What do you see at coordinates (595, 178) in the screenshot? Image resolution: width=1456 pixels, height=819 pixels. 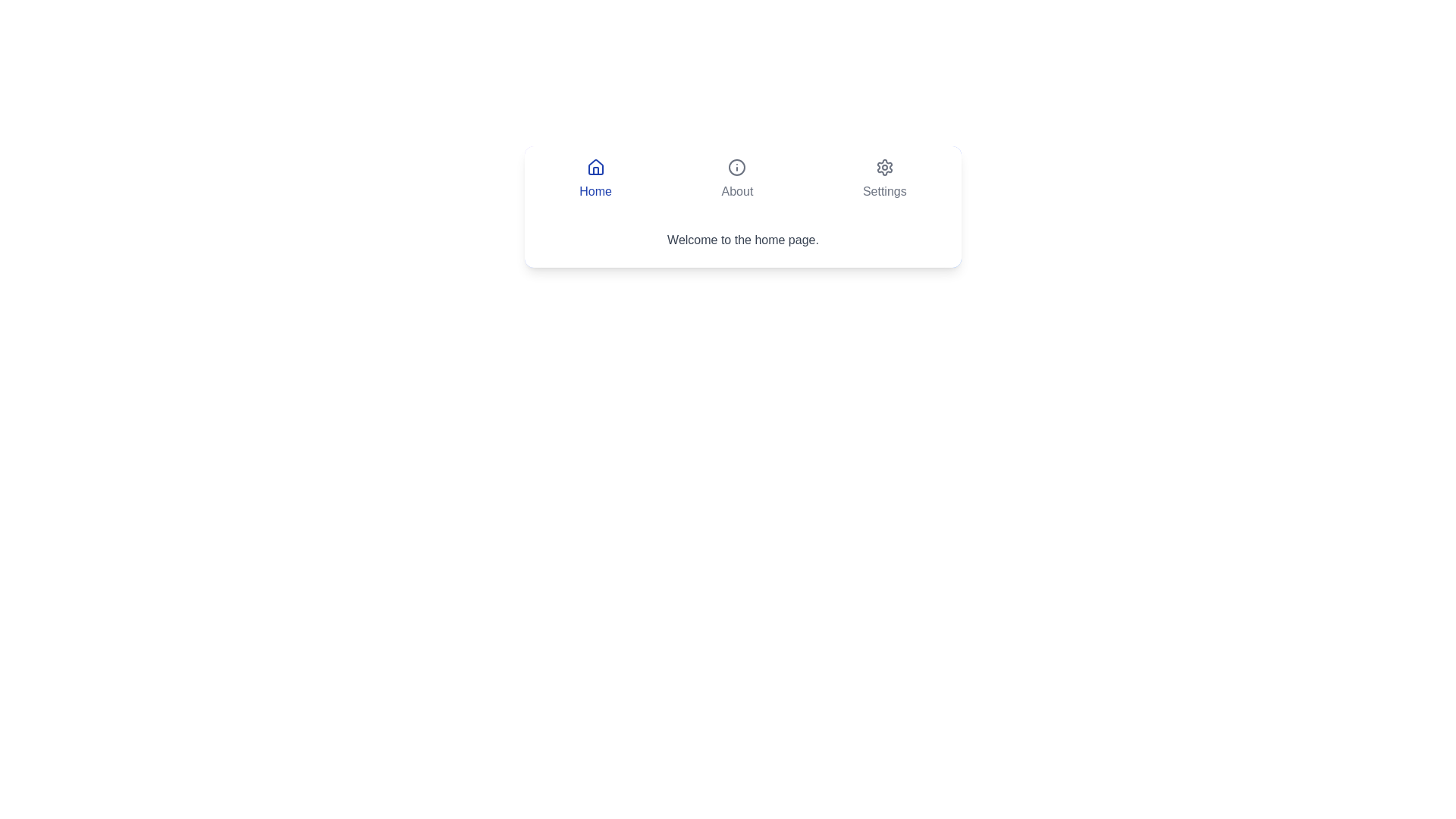 I see `the Home tab by clicking its button` at bounding box center [595, 178].